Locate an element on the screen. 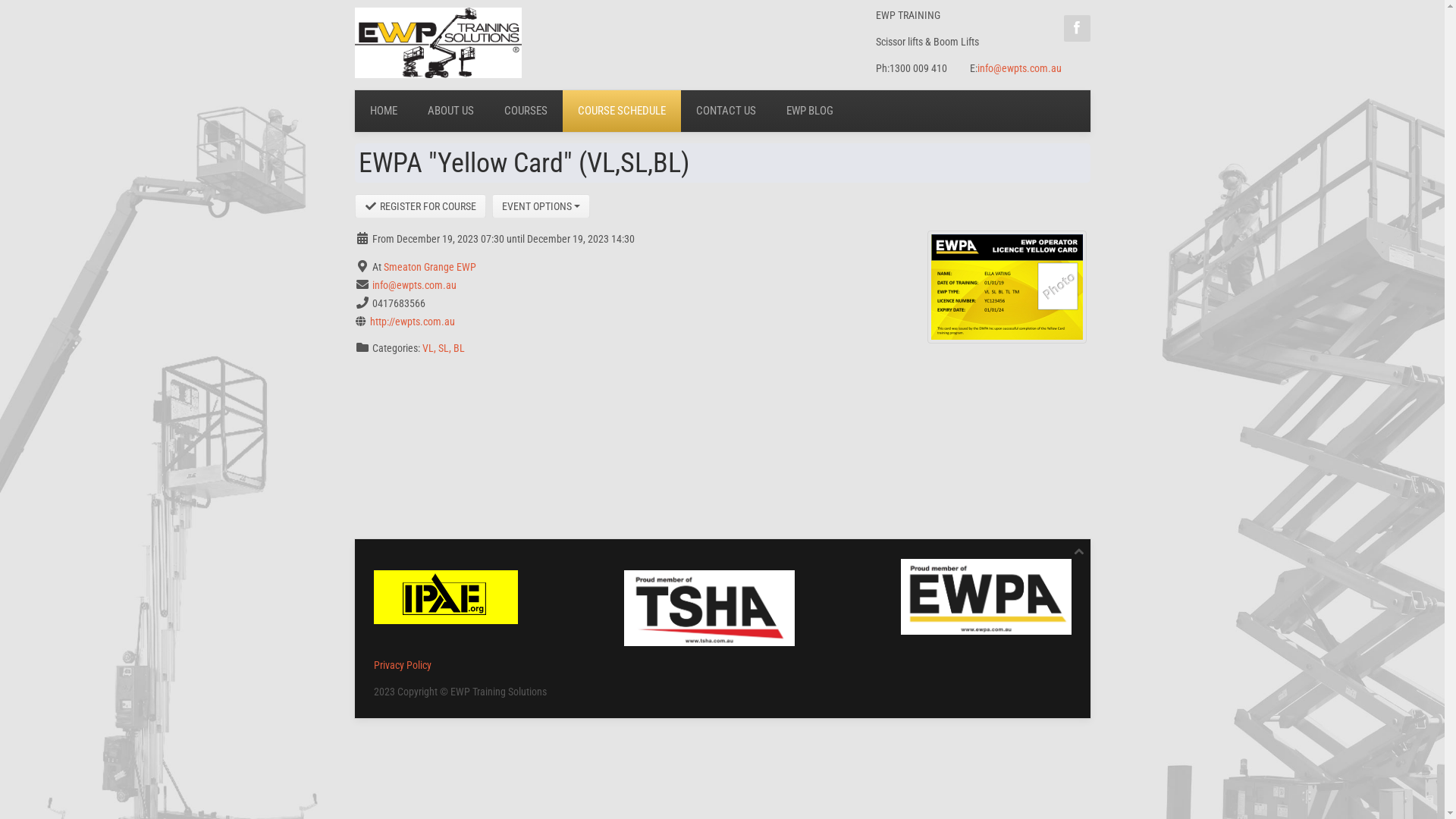 The width and height of the screenshot is (1456, 819). 'Smeaton Grange EWP' is located at coordinates (428, 265).